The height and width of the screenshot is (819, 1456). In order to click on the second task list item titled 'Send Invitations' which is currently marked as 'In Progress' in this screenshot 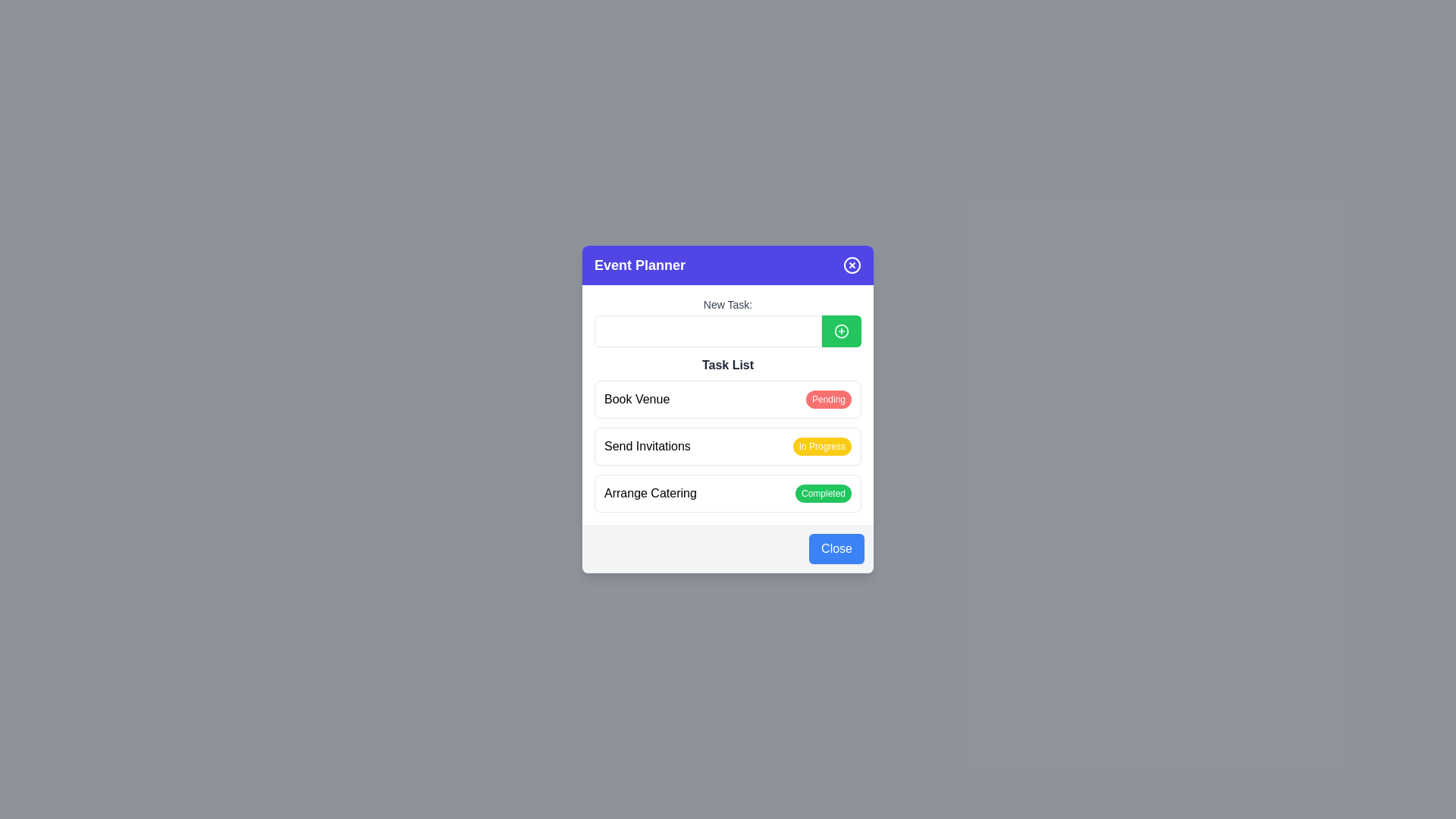, I will do `click(728, 446)`.